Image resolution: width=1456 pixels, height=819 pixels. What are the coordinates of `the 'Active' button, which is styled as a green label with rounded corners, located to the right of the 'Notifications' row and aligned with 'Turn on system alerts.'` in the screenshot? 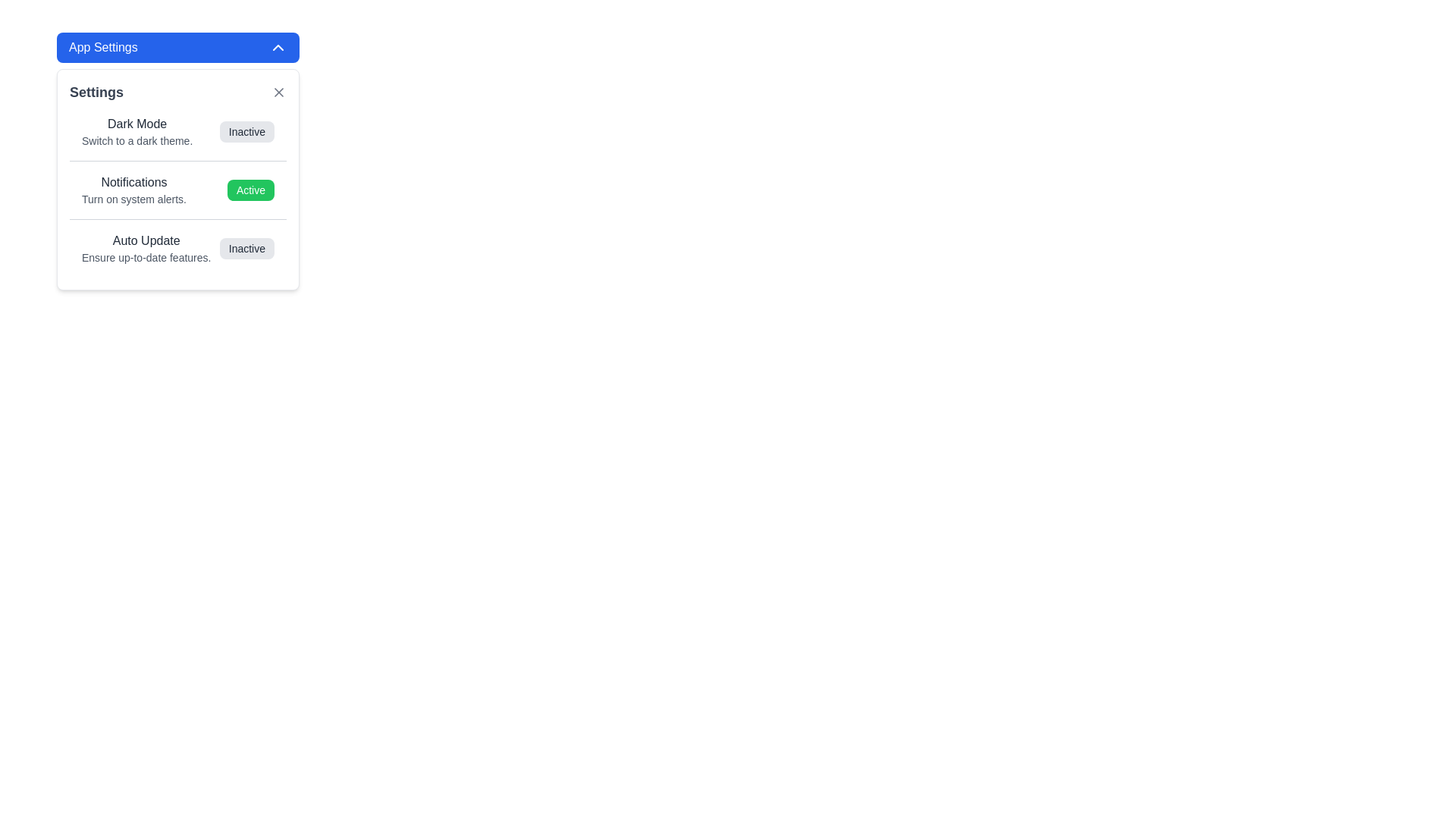 It's located at (251, 189).